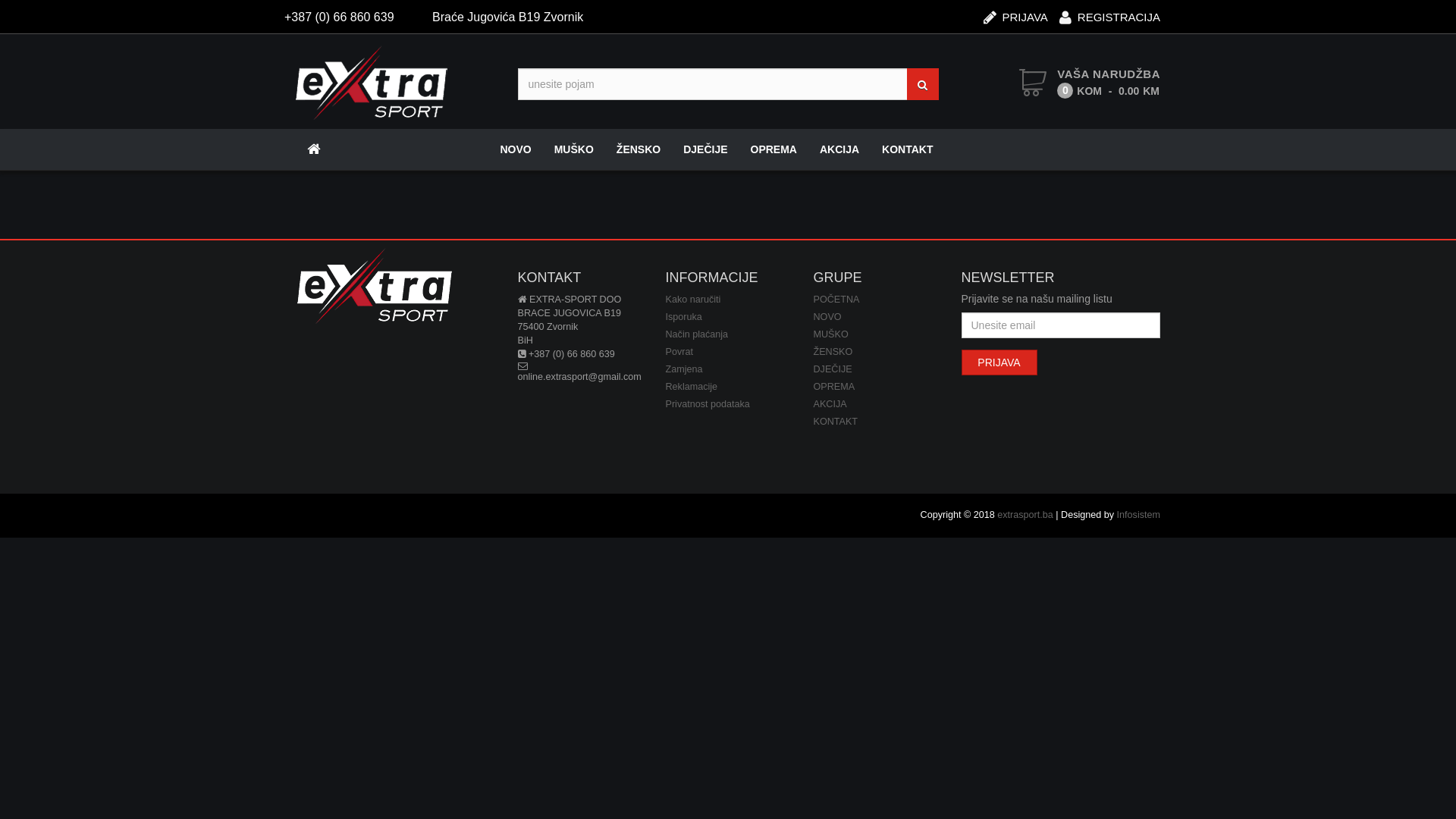 The height and width of the screenshot is (819, 1456). What do you see at coordinates (1058, 12) in the screenshot?
I see `'REGISTRACIJA'` at bounding box center [1058, 12].